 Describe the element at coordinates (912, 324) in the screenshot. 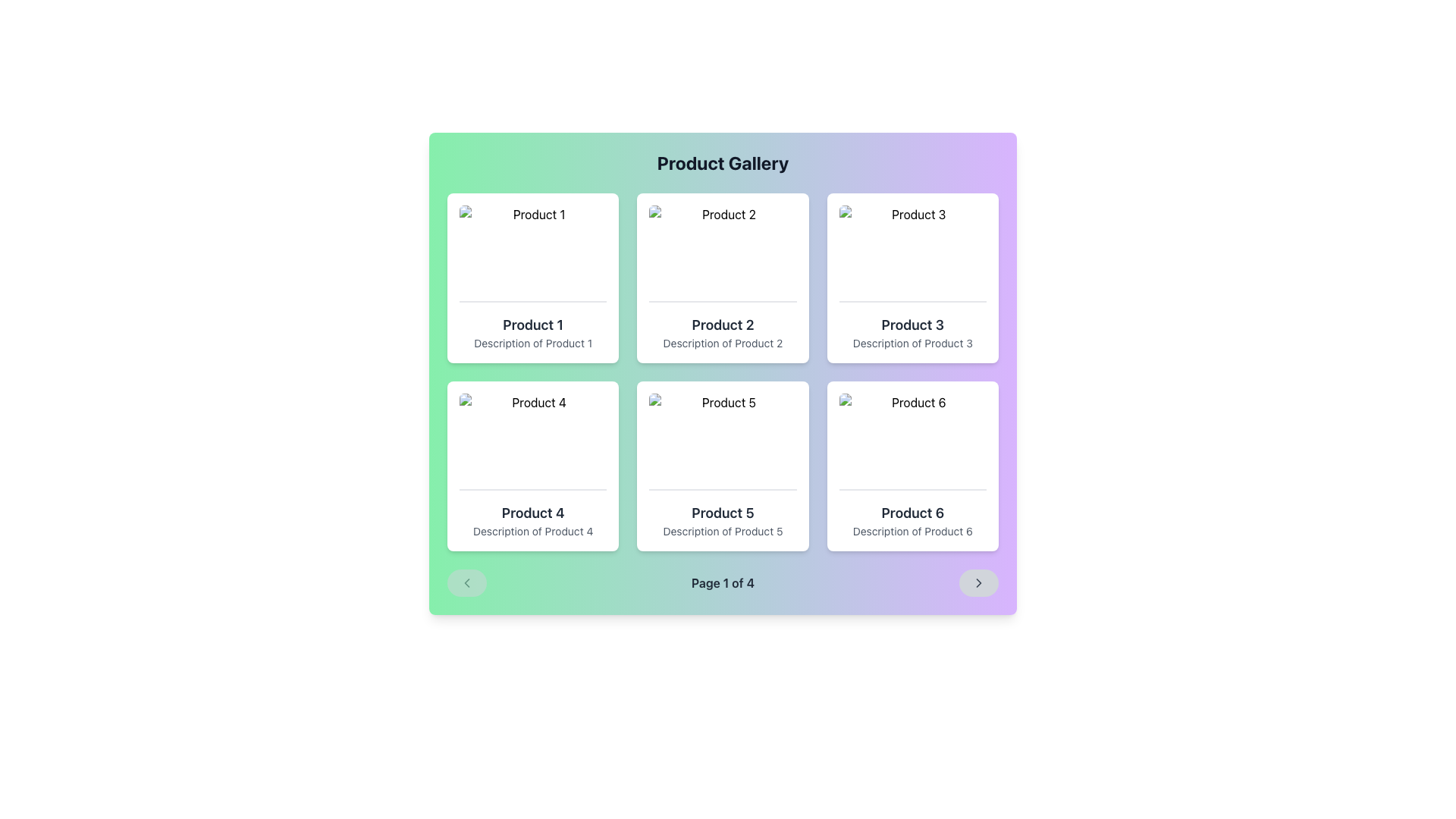

I see `the static text label that represents the title of the product within a product listing card, located below the product image and above the product description` at that location.